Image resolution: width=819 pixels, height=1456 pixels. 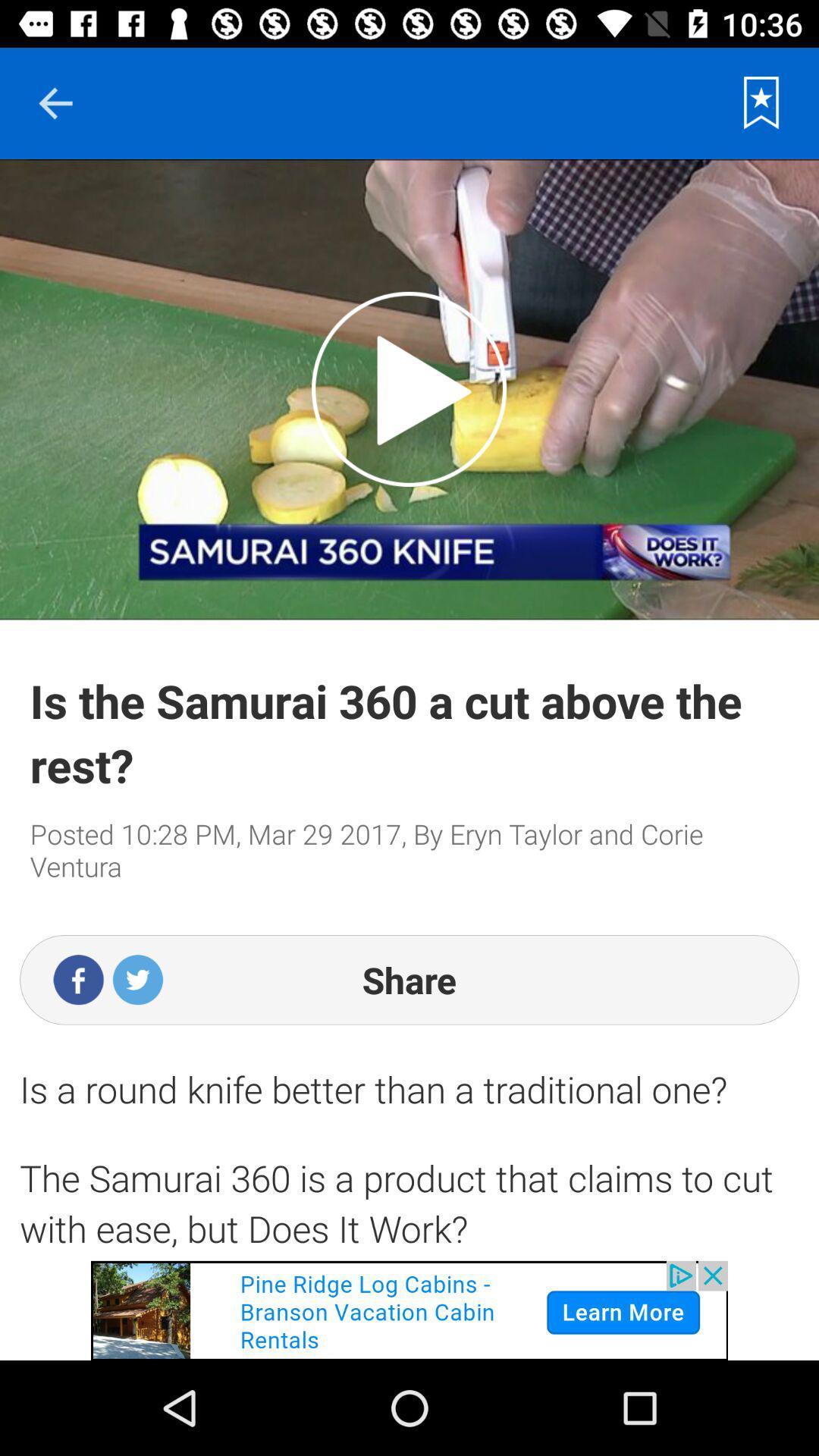 What do you see at coordinates (761, 102) in the screenshot?
I see `the bookmark icon` at bounding box center [761, 102].